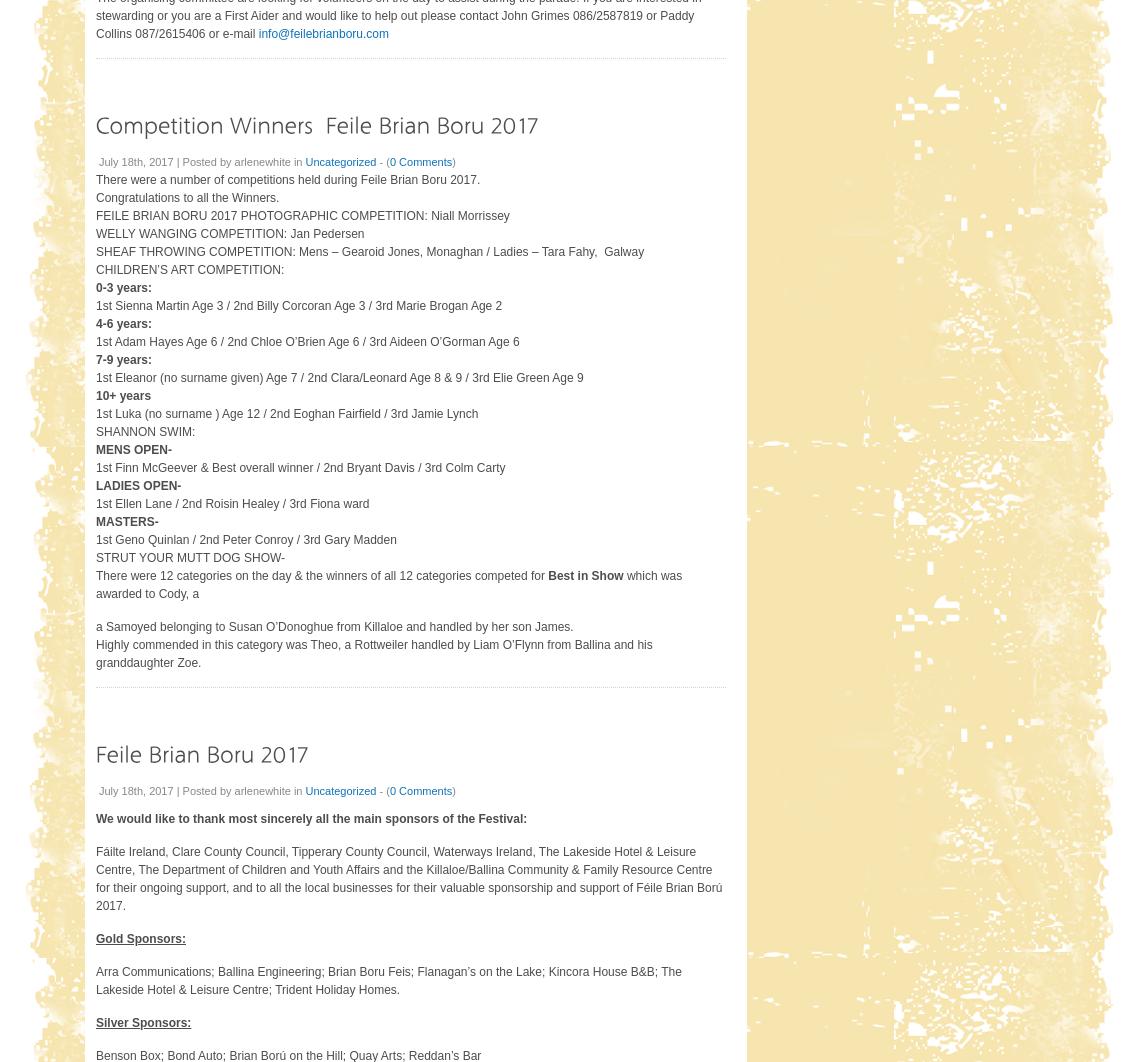 This screenshot has height=1062, width=1140. I want to click on '1st Geno Quinlan / 2nd Peter Conroy / 3rd Gary Madden', so click(245, 538).